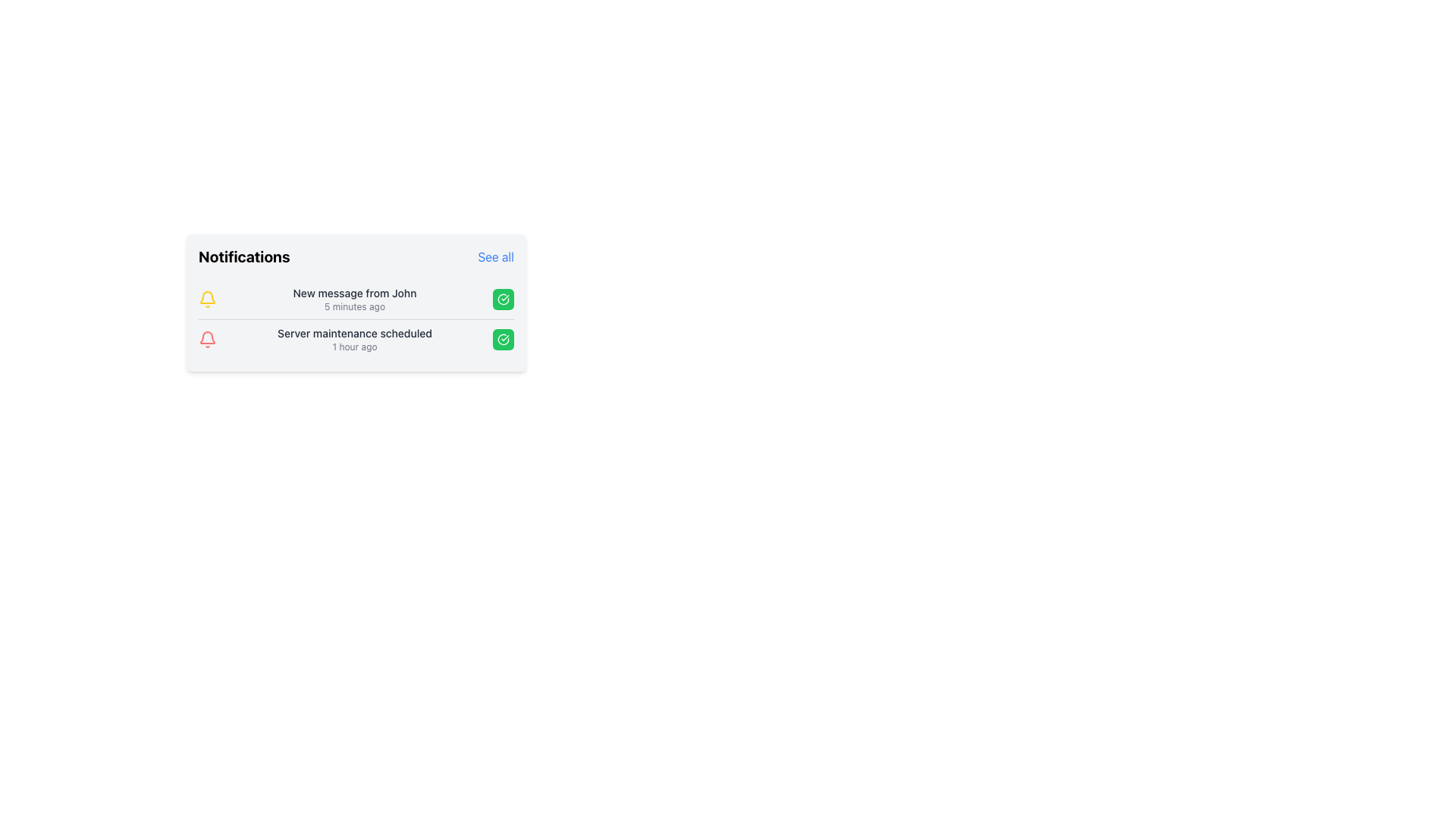 The width and height of the screenshot is (1456, 819). What do you see at coordinates (353, 347) in the screenshot?
I see `timestamp located underneath the 'Server maintenance scheduled' text label in the notification list, which is the second item in a vertical stack` at bounding box center [353, 347].